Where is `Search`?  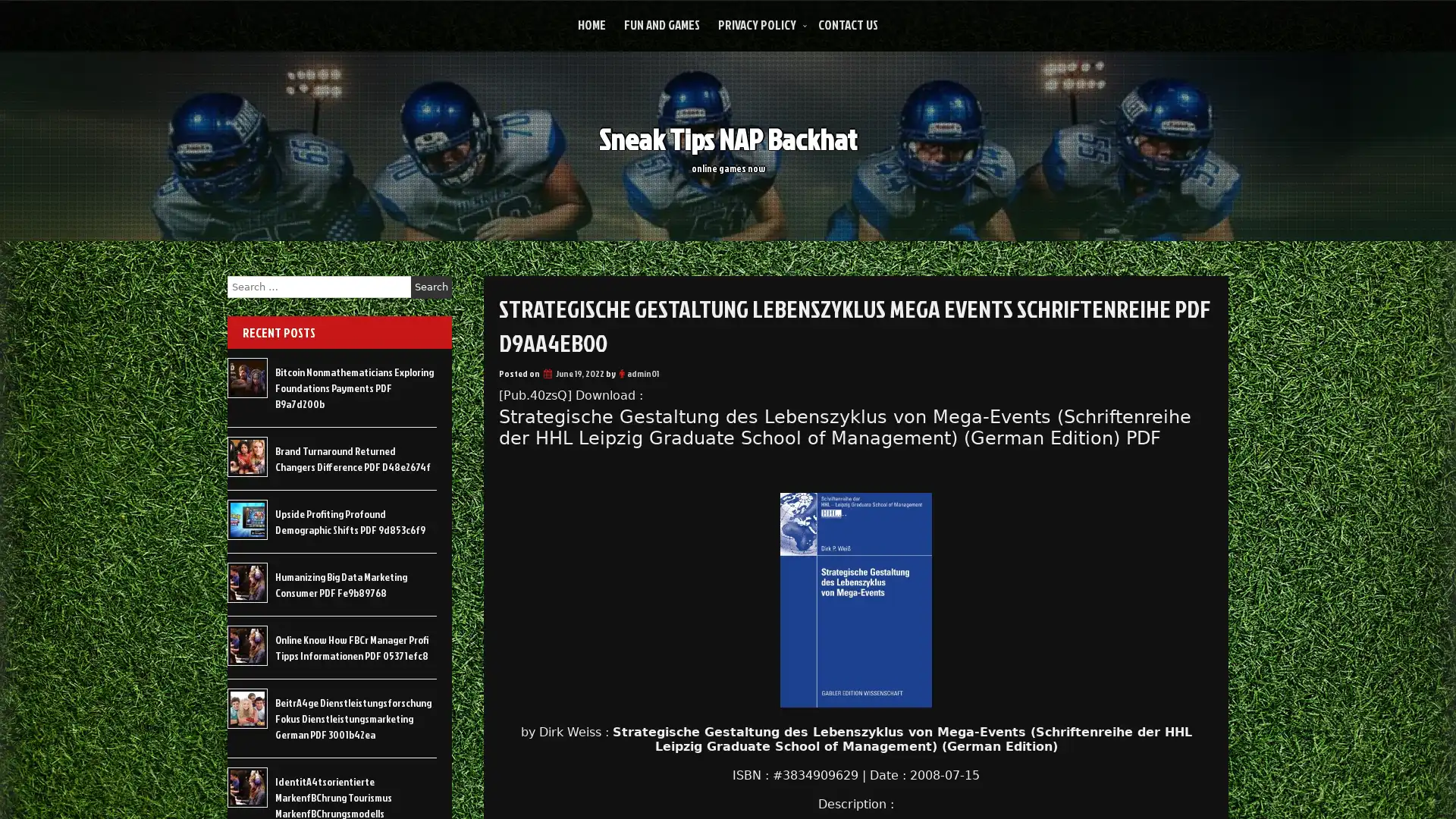 Search is located at coordinates (431, 287).